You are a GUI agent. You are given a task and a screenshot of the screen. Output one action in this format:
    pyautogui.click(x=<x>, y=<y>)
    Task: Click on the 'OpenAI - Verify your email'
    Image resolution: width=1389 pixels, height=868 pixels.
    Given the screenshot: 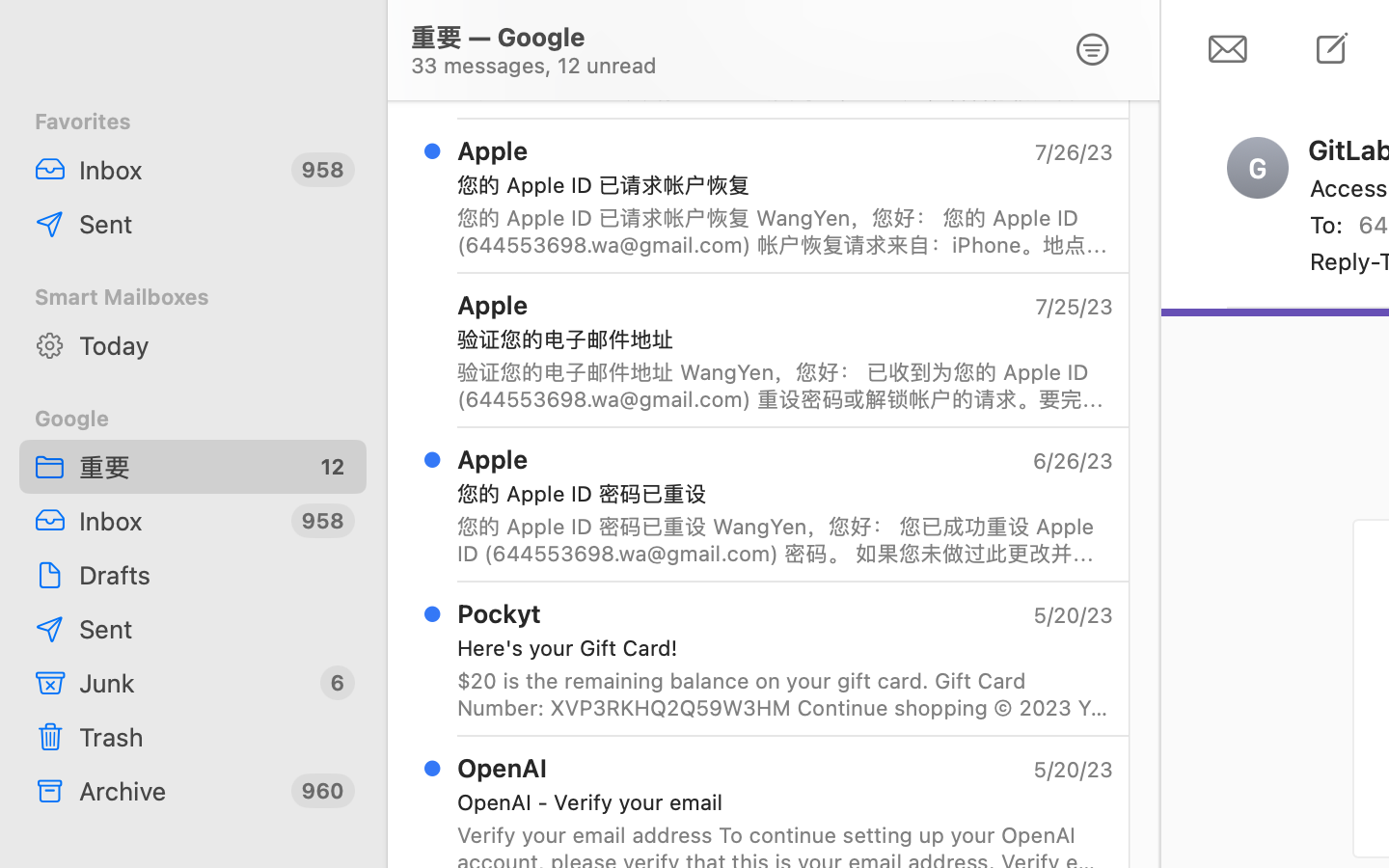 What is the action you would take?
    pyautogui.click(x=776, y=801)
    